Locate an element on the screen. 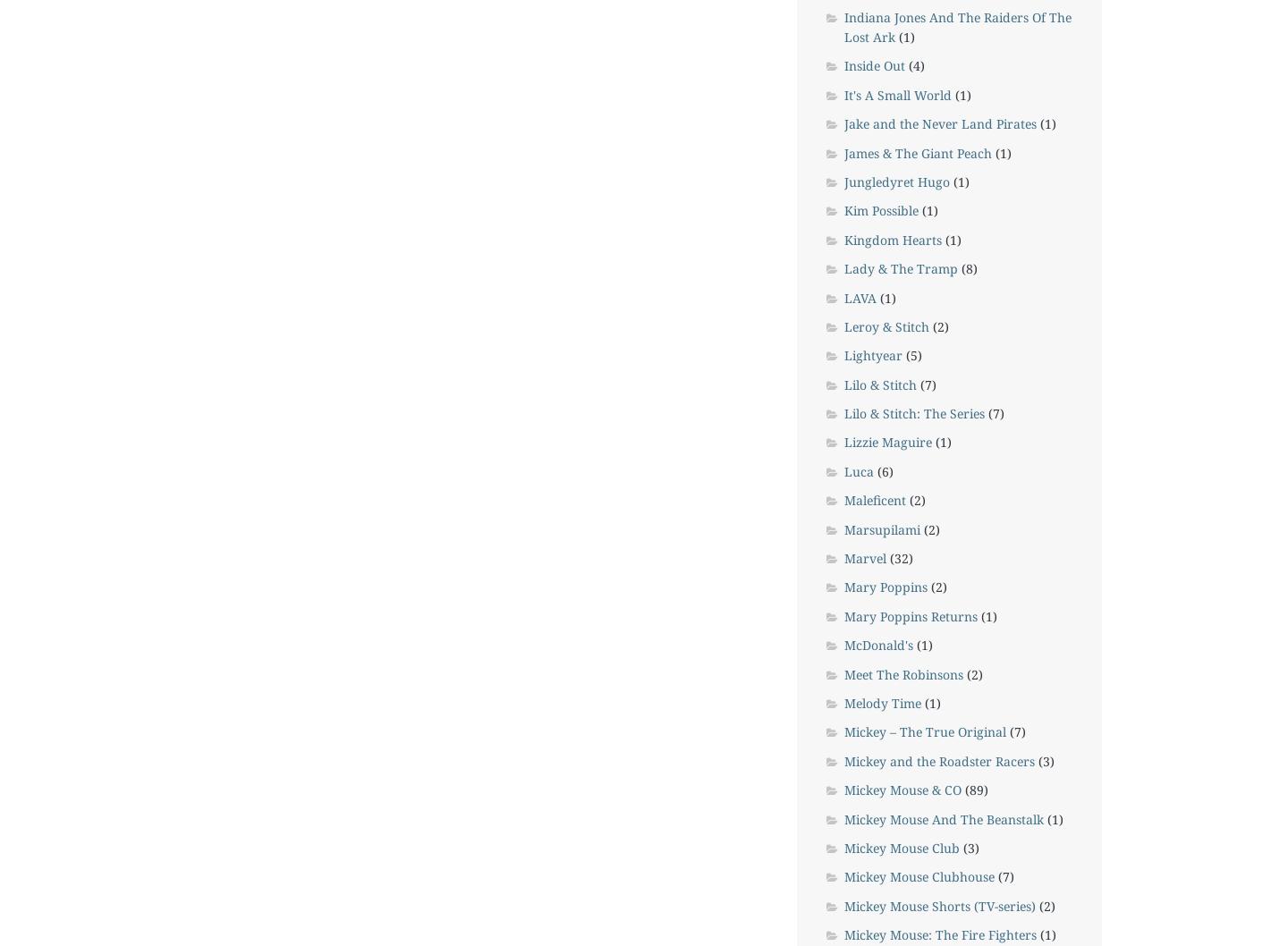  '(32)' is located at coordinates (885, 557).